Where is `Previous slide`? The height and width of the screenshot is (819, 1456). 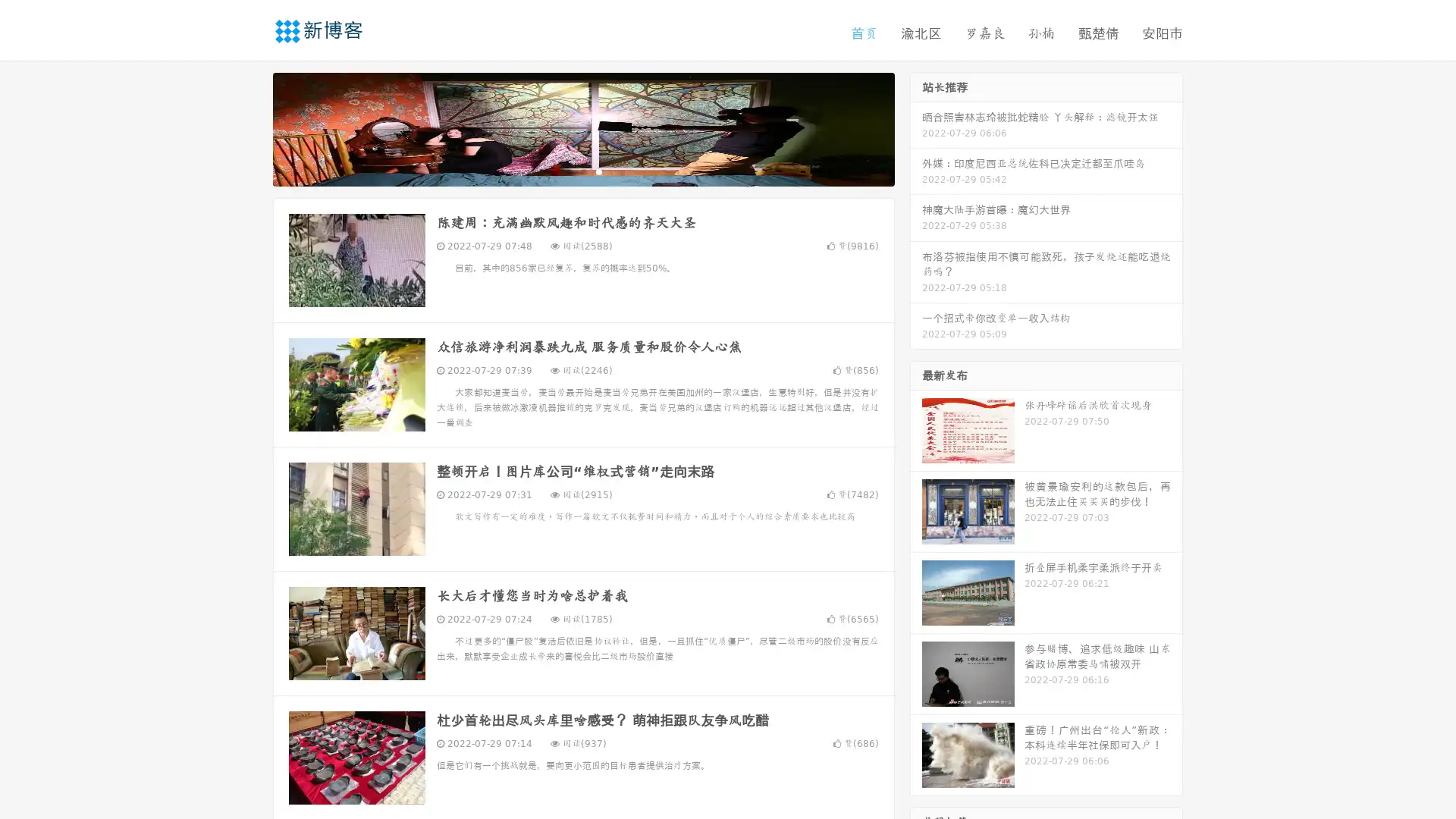
Previous slide is located at coordinates (250, 127).